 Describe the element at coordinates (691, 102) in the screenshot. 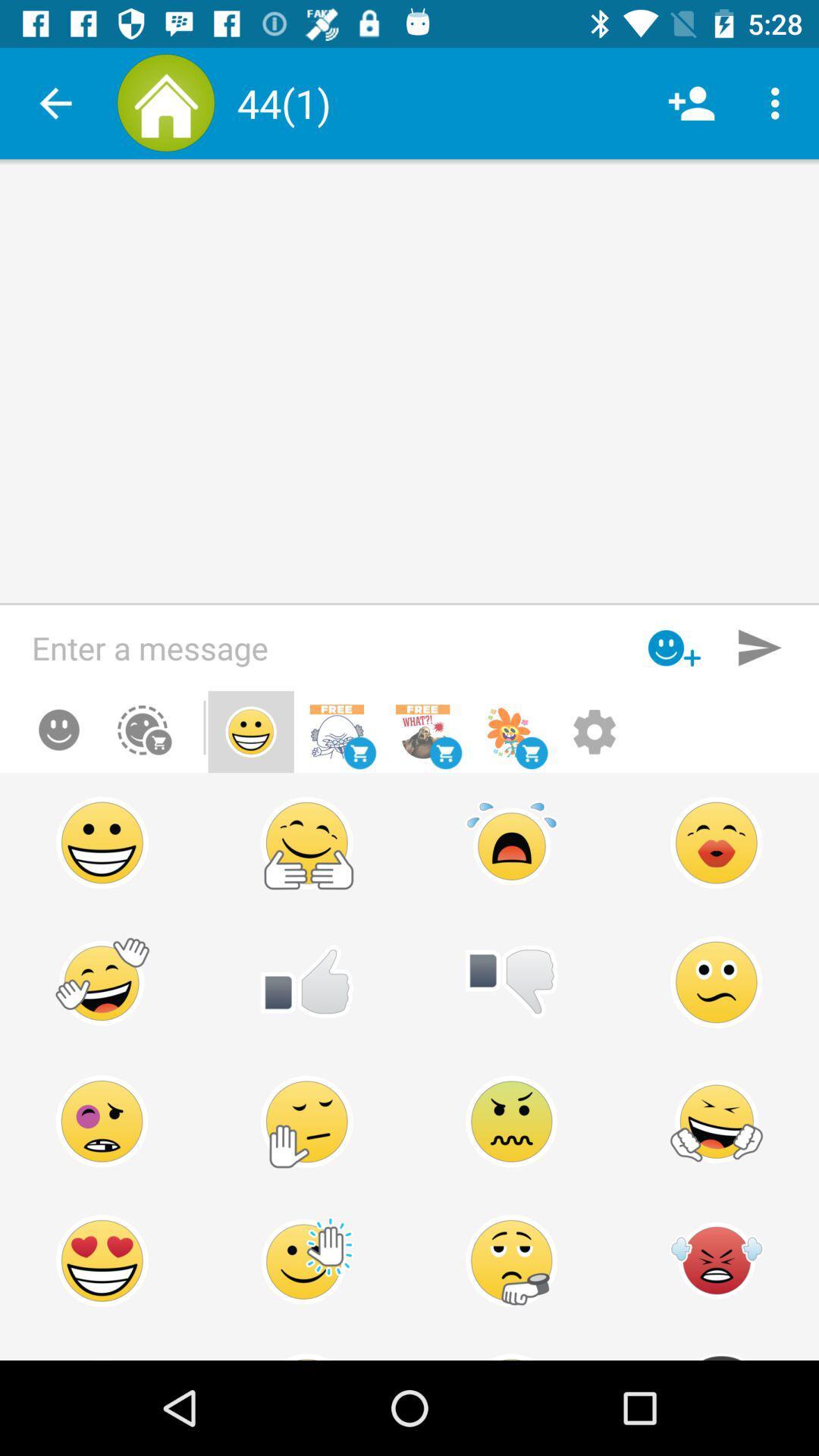

I see `the item to the right of (1)` at that location.